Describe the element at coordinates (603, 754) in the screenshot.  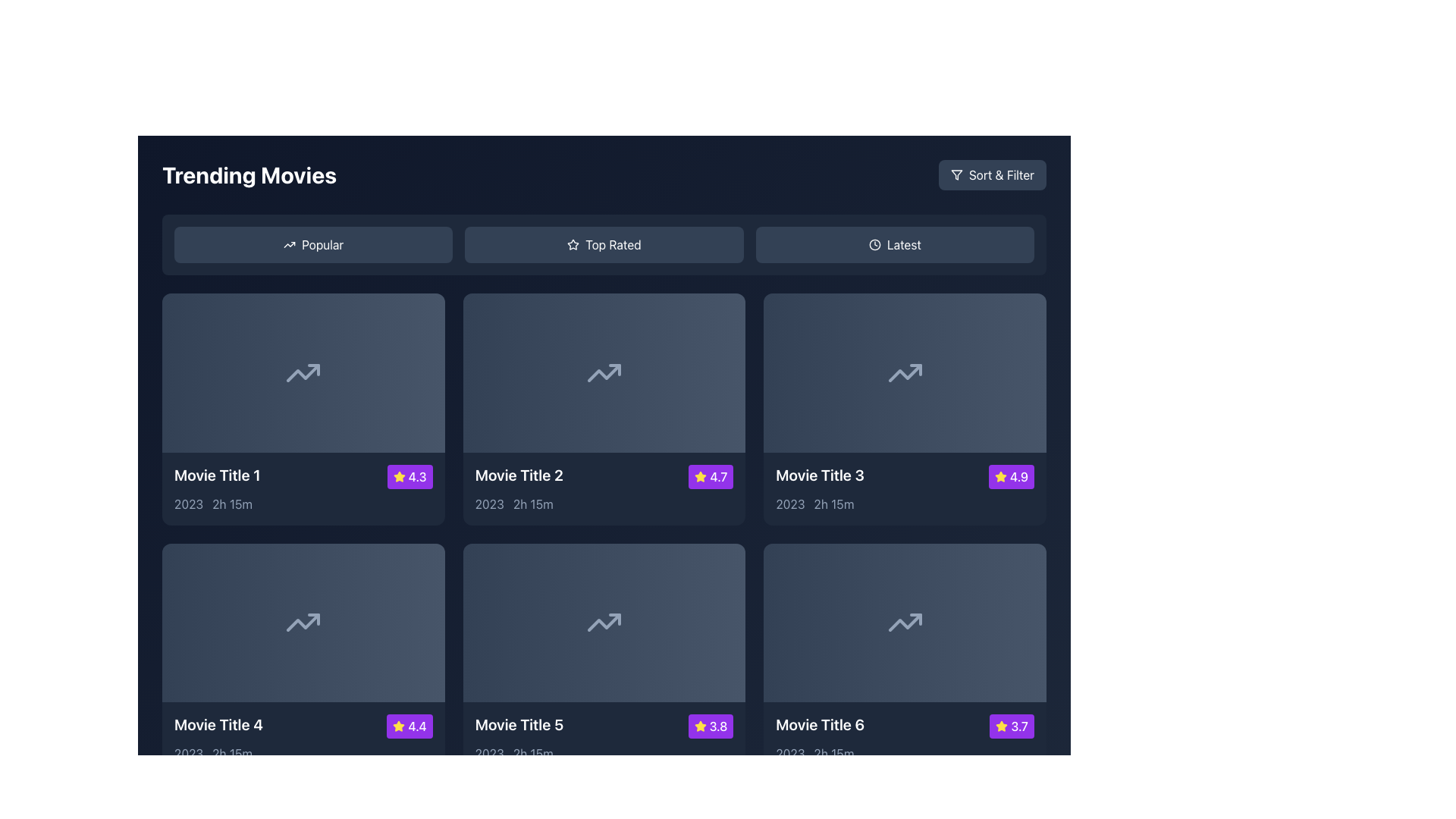
I see `the text label that provides additional information about the movie, located below the title and rating of the fifth movie card in the grid of trending movies` at that location.